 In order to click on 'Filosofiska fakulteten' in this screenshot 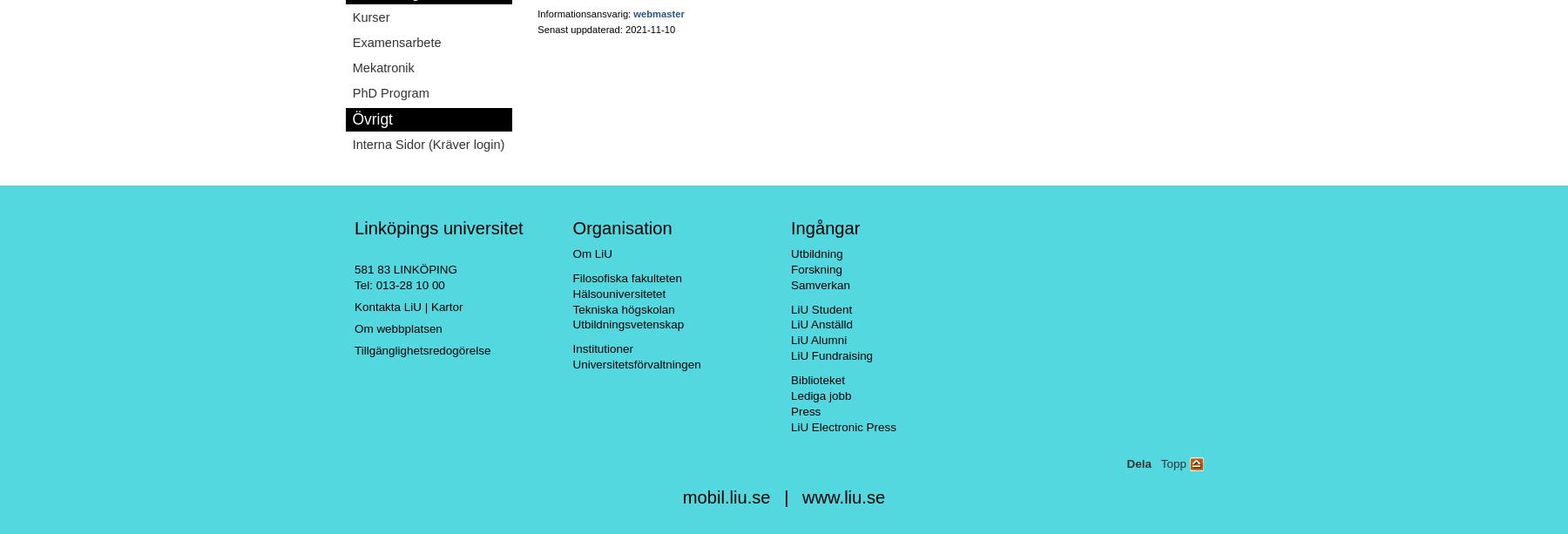, I will do `click(625, 276)`.